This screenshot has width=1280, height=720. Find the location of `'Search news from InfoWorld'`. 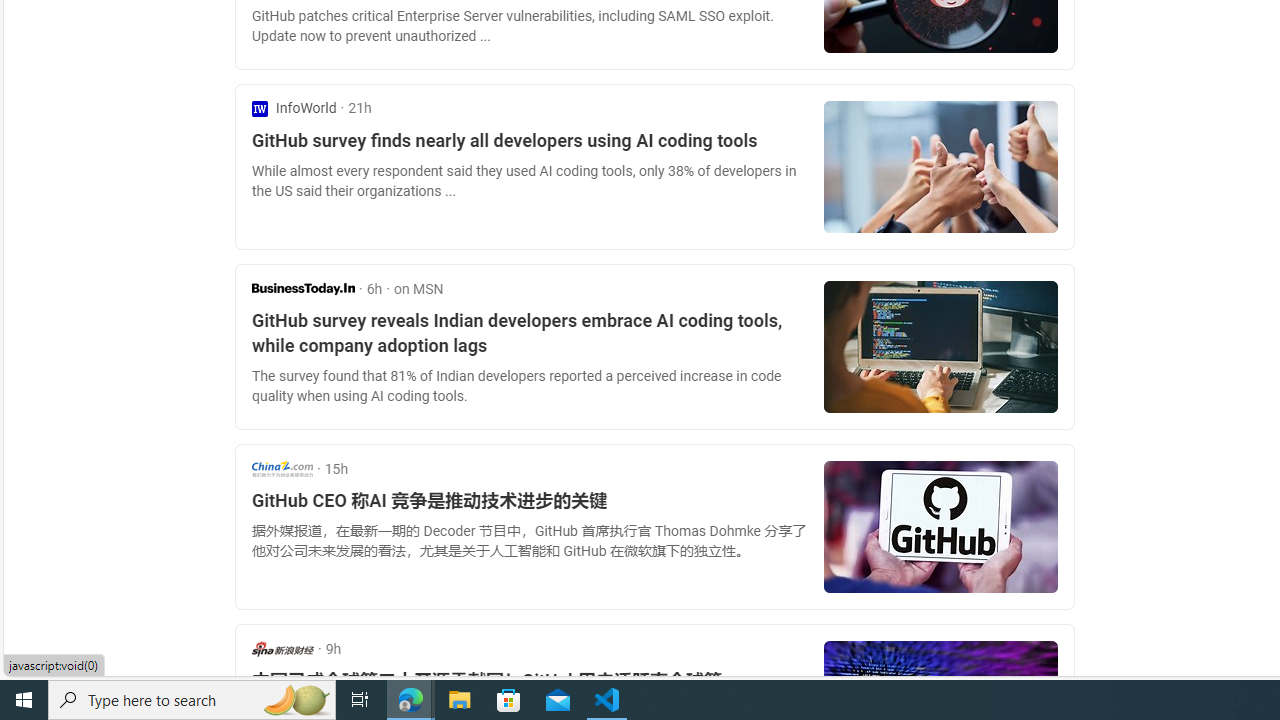

'Search news from InfoWorld' is located at coordinates (293, 108).